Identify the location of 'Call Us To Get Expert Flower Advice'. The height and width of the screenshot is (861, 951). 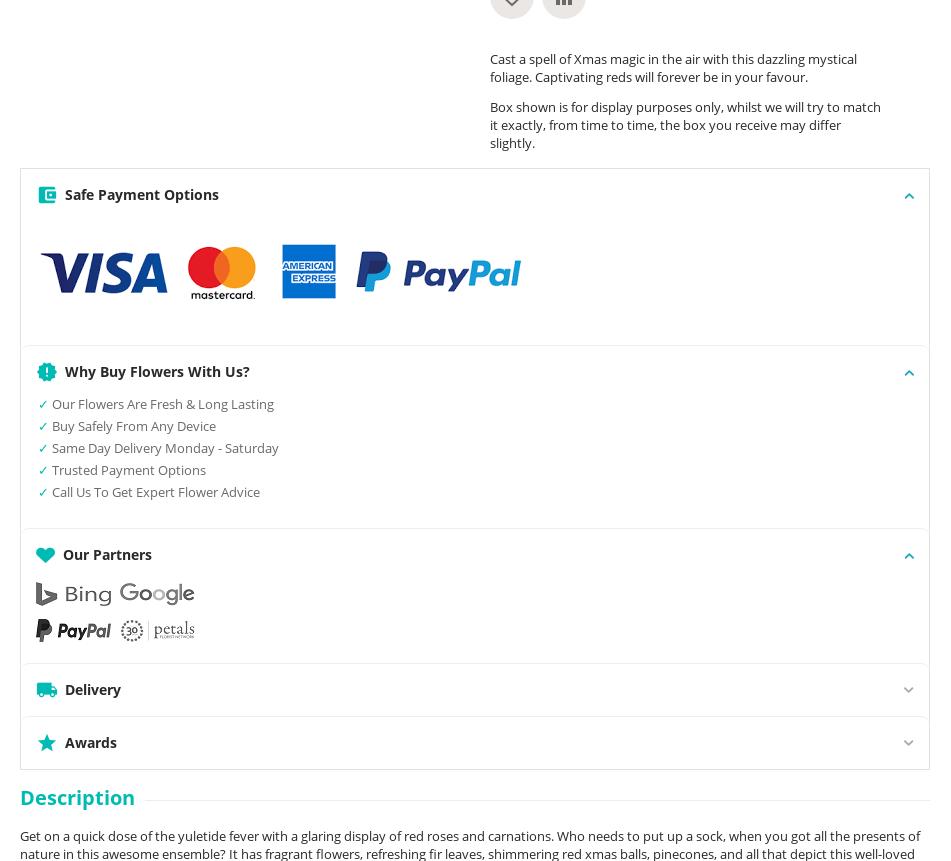
(52, 490).